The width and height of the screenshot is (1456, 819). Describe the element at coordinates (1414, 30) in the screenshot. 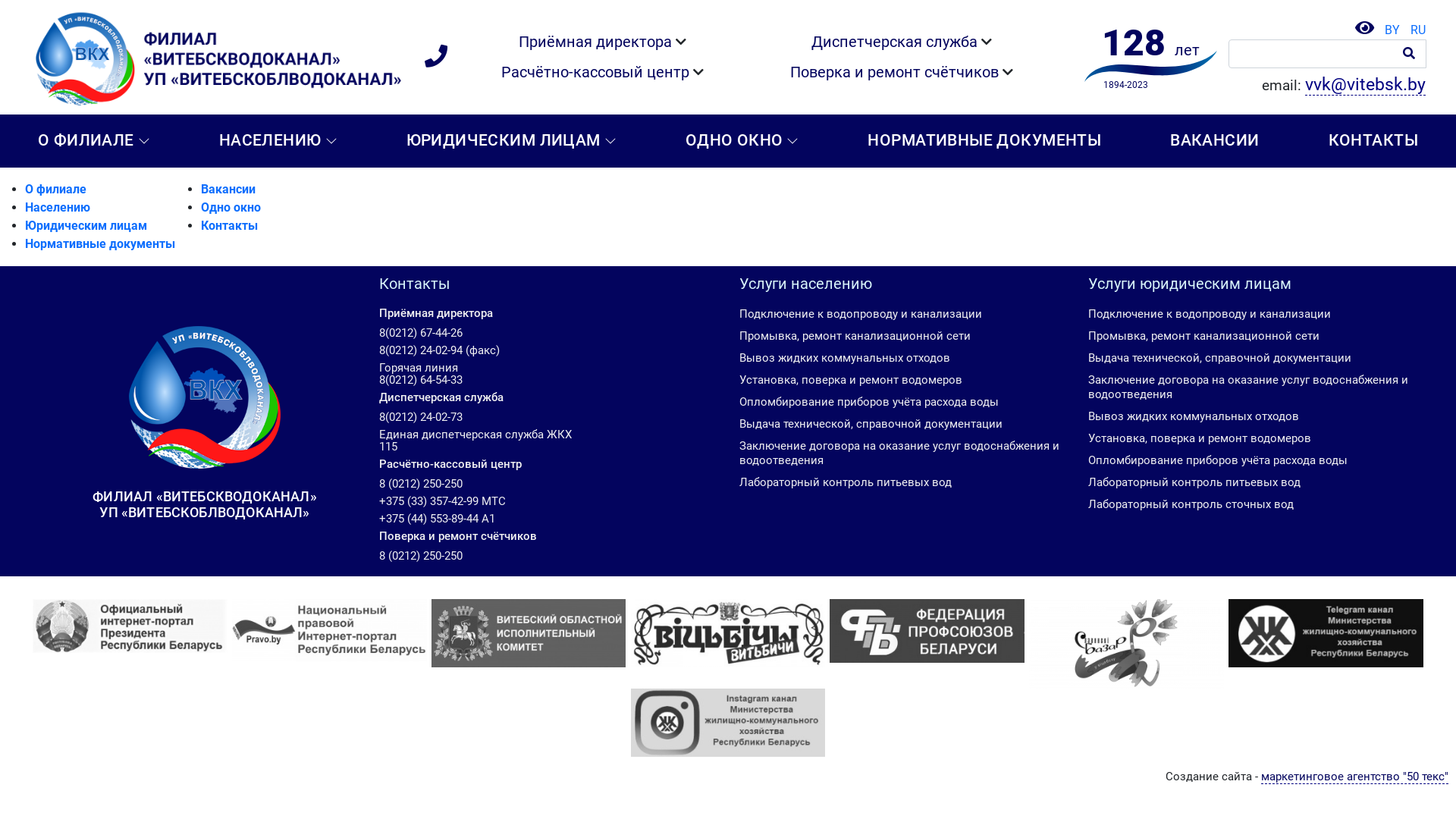

I see `'RU'` at that location.